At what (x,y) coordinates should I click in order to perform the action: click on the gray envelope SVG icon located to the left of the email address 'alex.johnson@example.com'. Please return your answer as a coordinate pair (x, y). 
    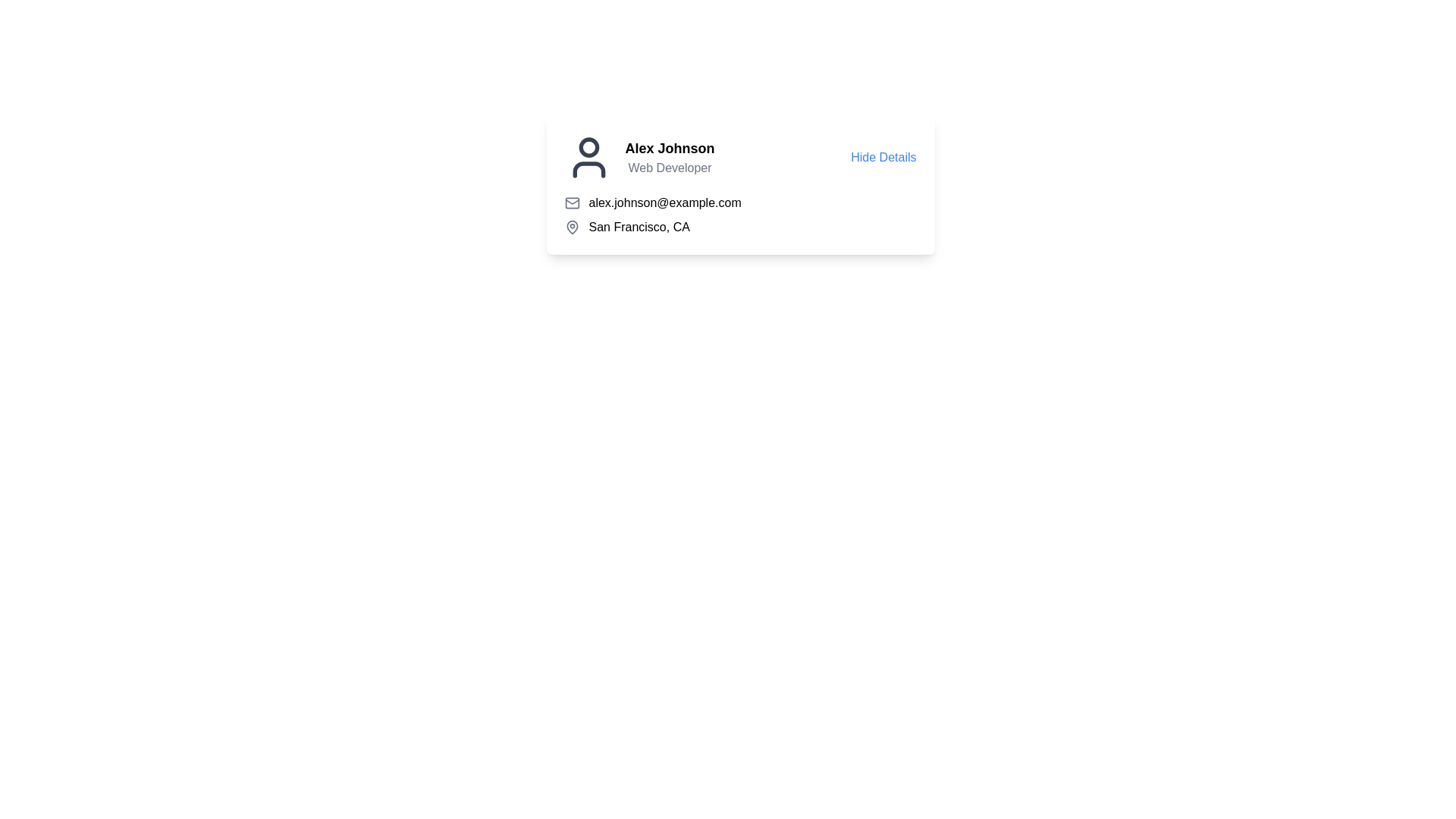
    Looking at the image, I should click on (571, 202).